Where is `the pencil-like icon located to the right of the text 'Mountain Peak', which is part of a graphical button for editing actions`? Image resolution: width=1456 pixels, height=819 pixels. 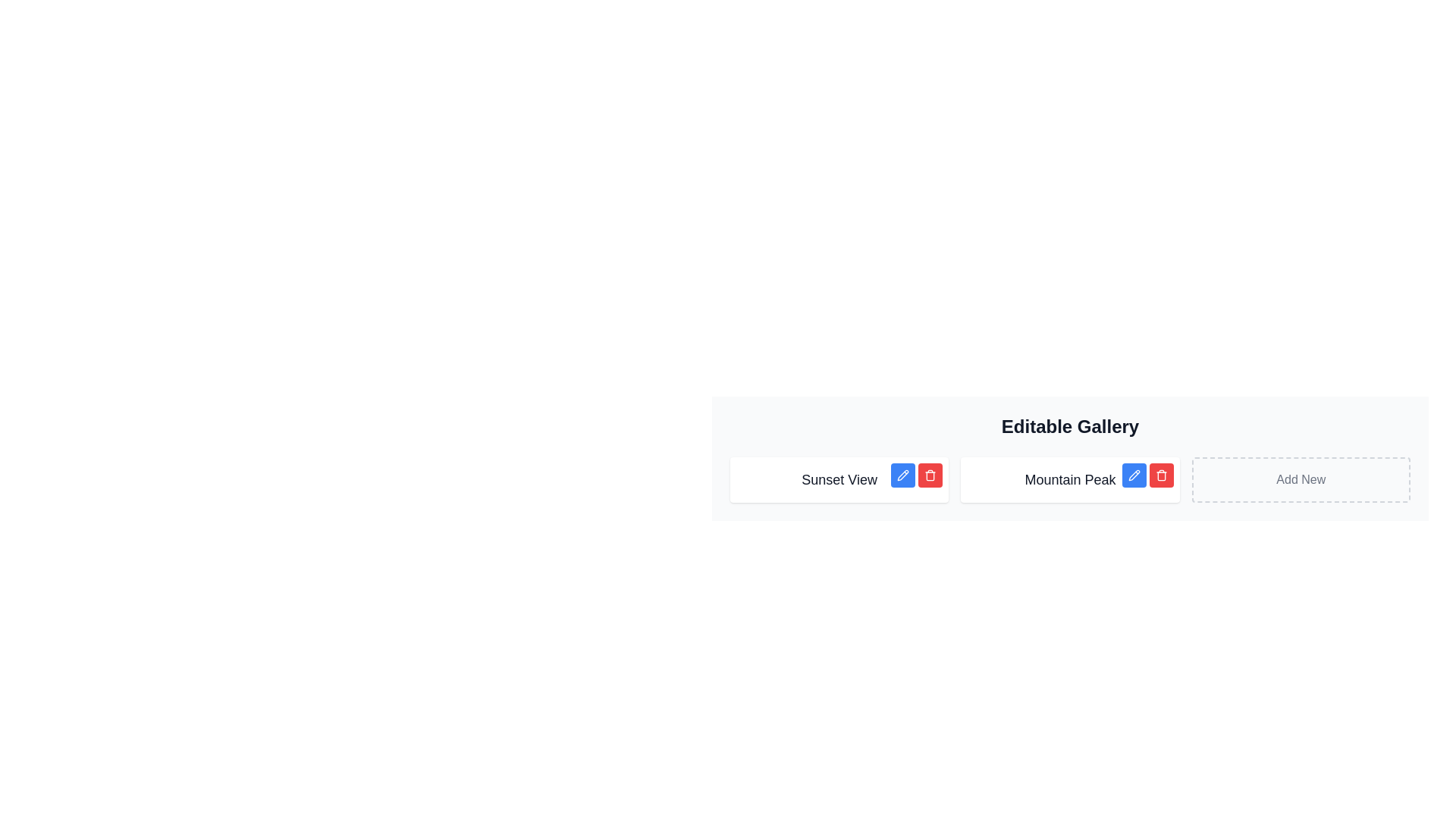
the pencil-like icon located to the right of the text 'Mountain Peak', which is part of a graphical button for editing actions is located at coordinates (1134, 475).